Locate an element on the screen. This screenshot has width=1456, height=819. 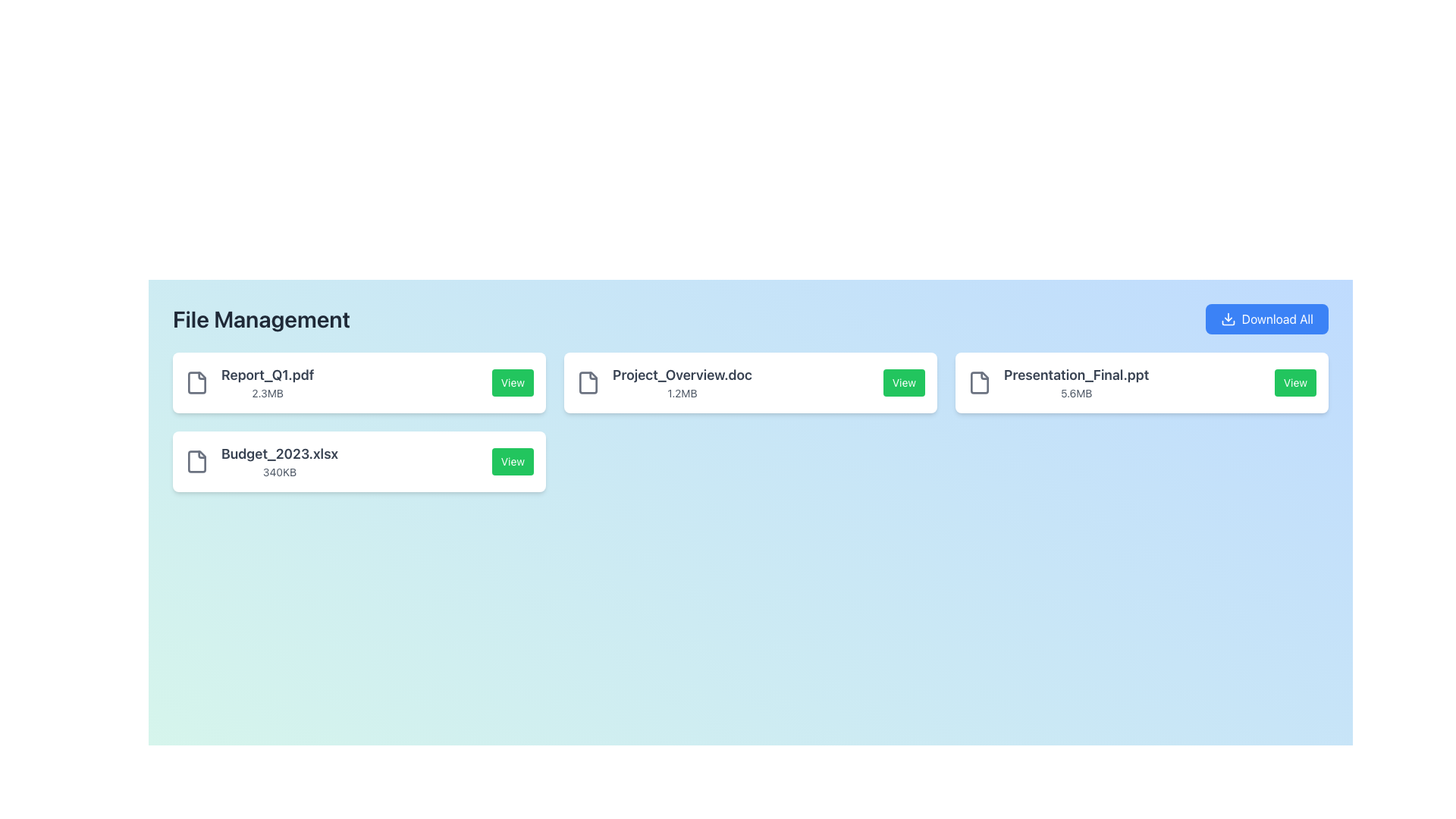
text for file identification from the labeled display component that shows the file name 'Budget_2023.xlsx' and size '340KB' in the second card of the 'File Management' interface is located at coordinates (262, 461).